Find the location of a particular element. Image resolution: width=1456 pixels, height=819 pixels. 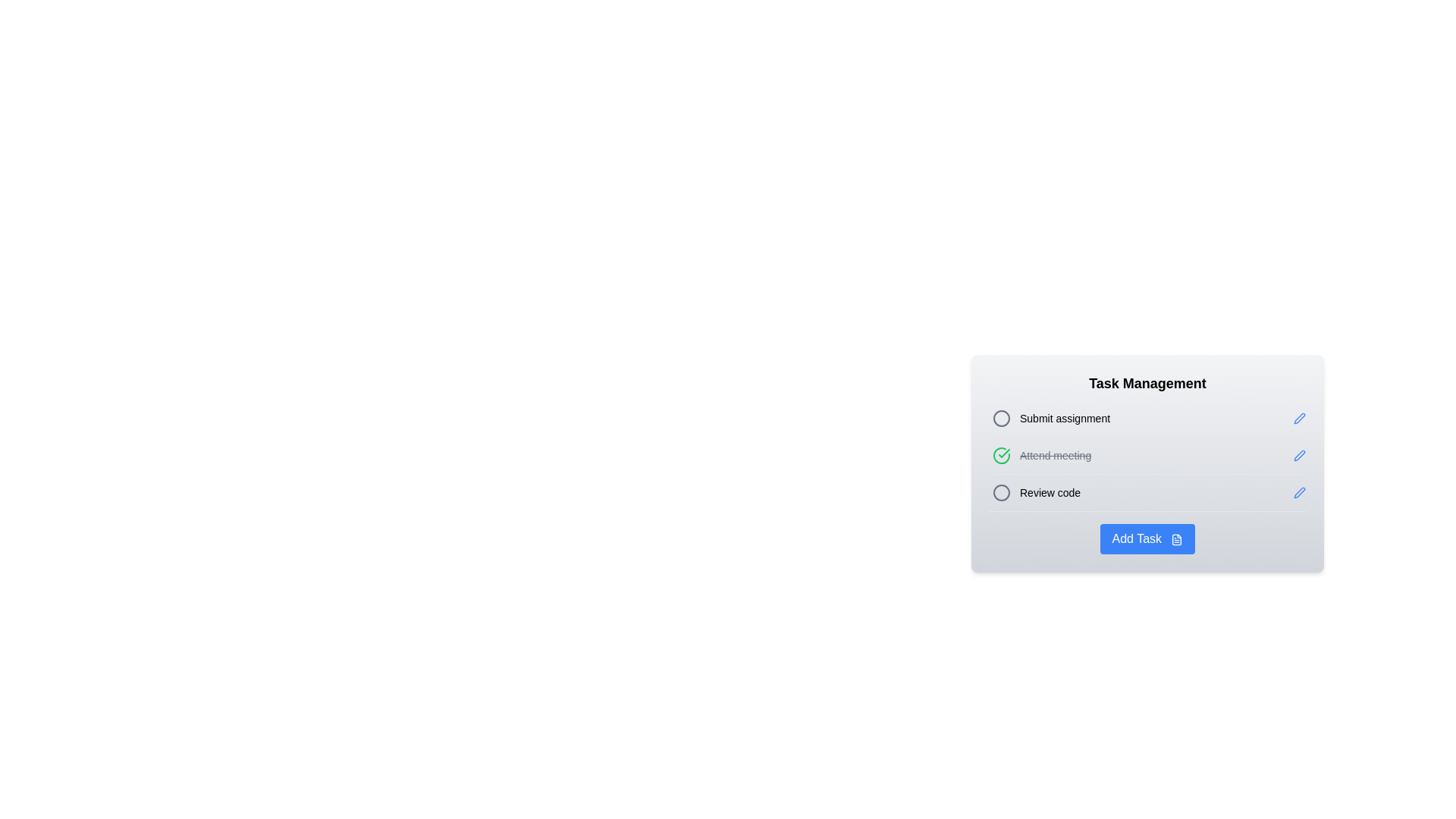

the completed task item "Attend meeting" in the task management interface, which is marked with a strikethrough and a green check icon, located between the tasks "Submit assignment" and "Review code." is located at coordinates (1040, 455).